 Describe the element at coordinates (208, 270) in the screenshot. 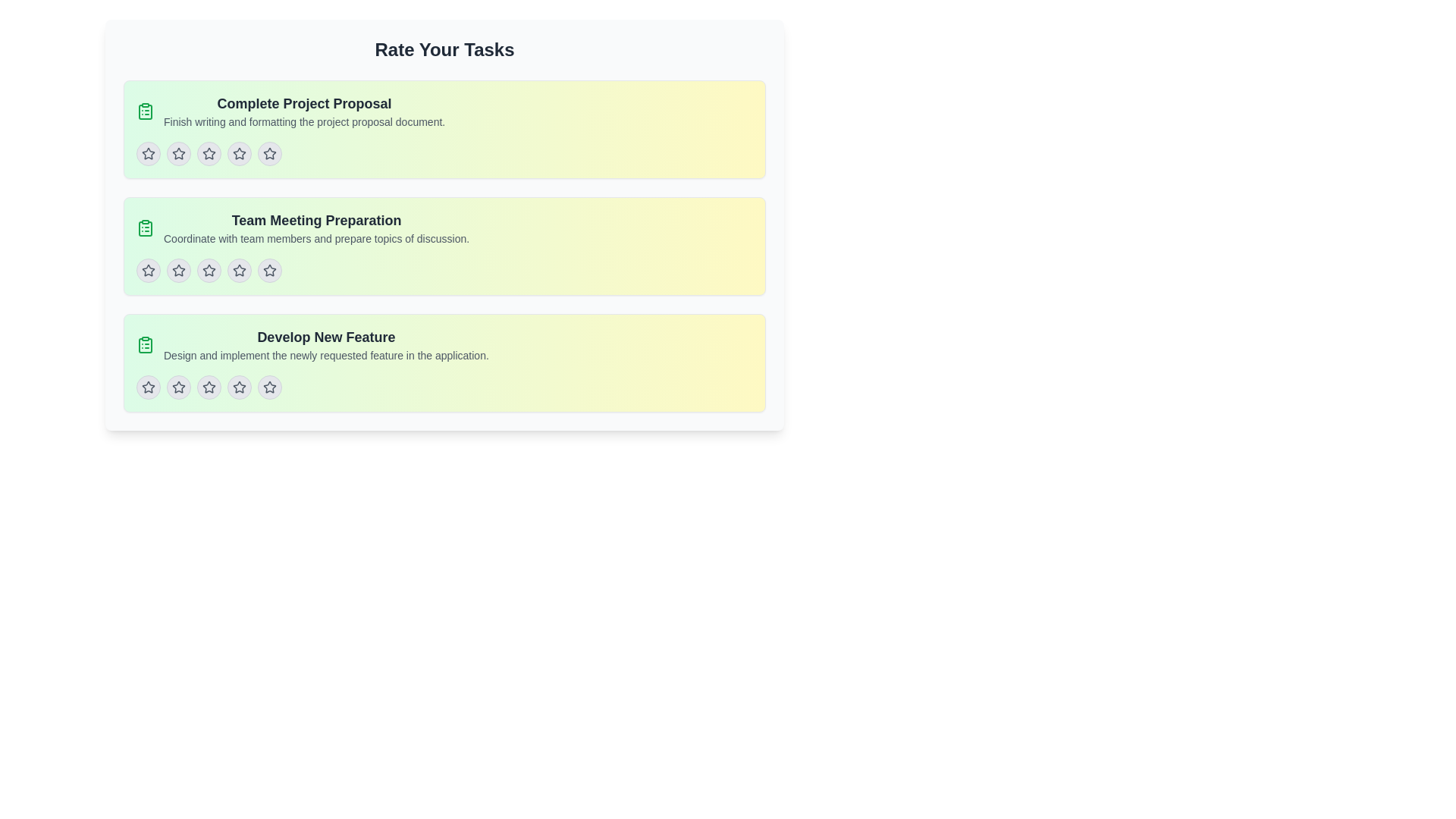

I see `the second star icon in the horizontal rating feature located under the 'Team Meeting Preparation' task card` at that location.